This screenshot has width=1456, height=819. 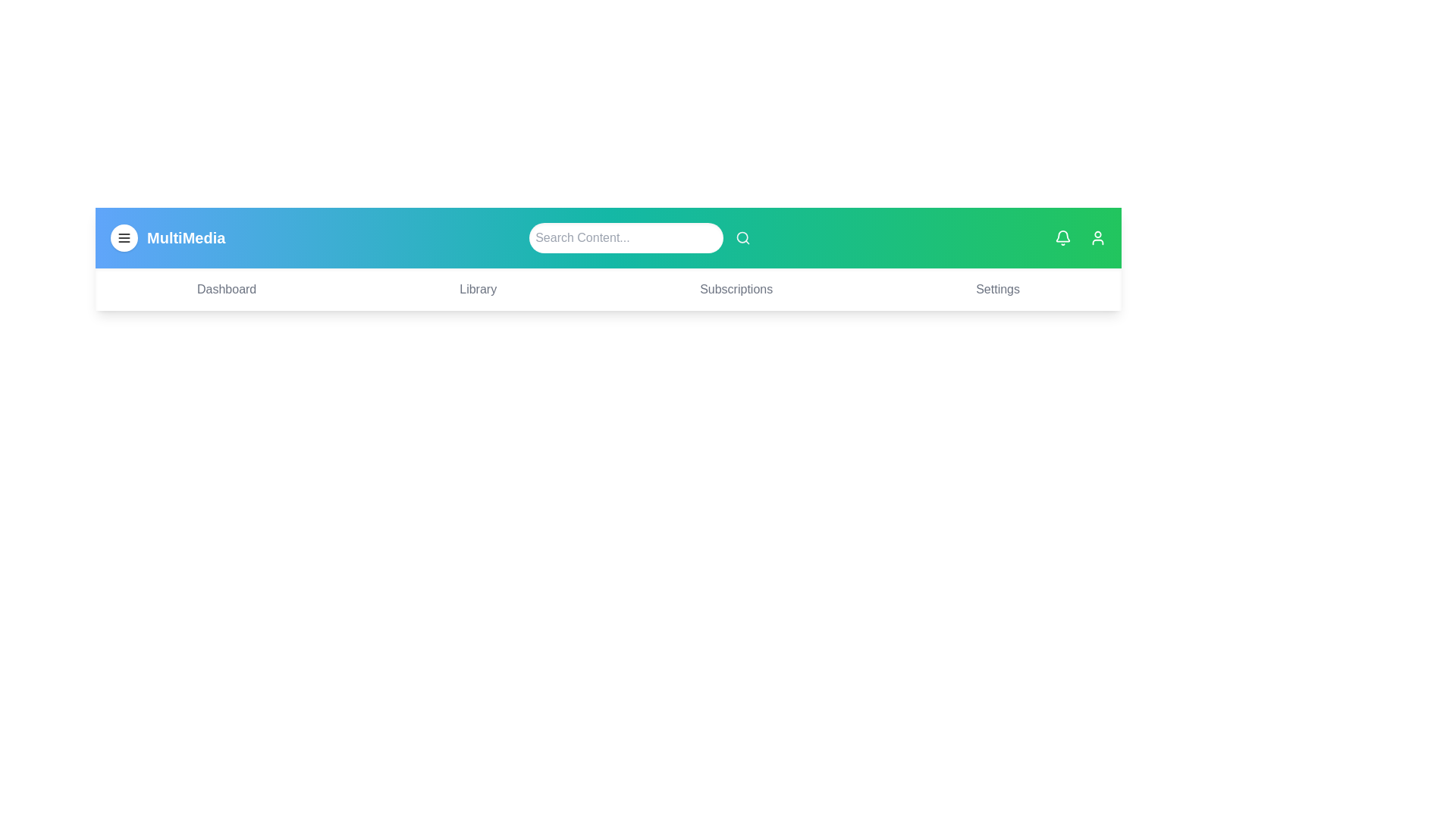 I want to click on the Library navigation menu item, so click(x=477, y=289).